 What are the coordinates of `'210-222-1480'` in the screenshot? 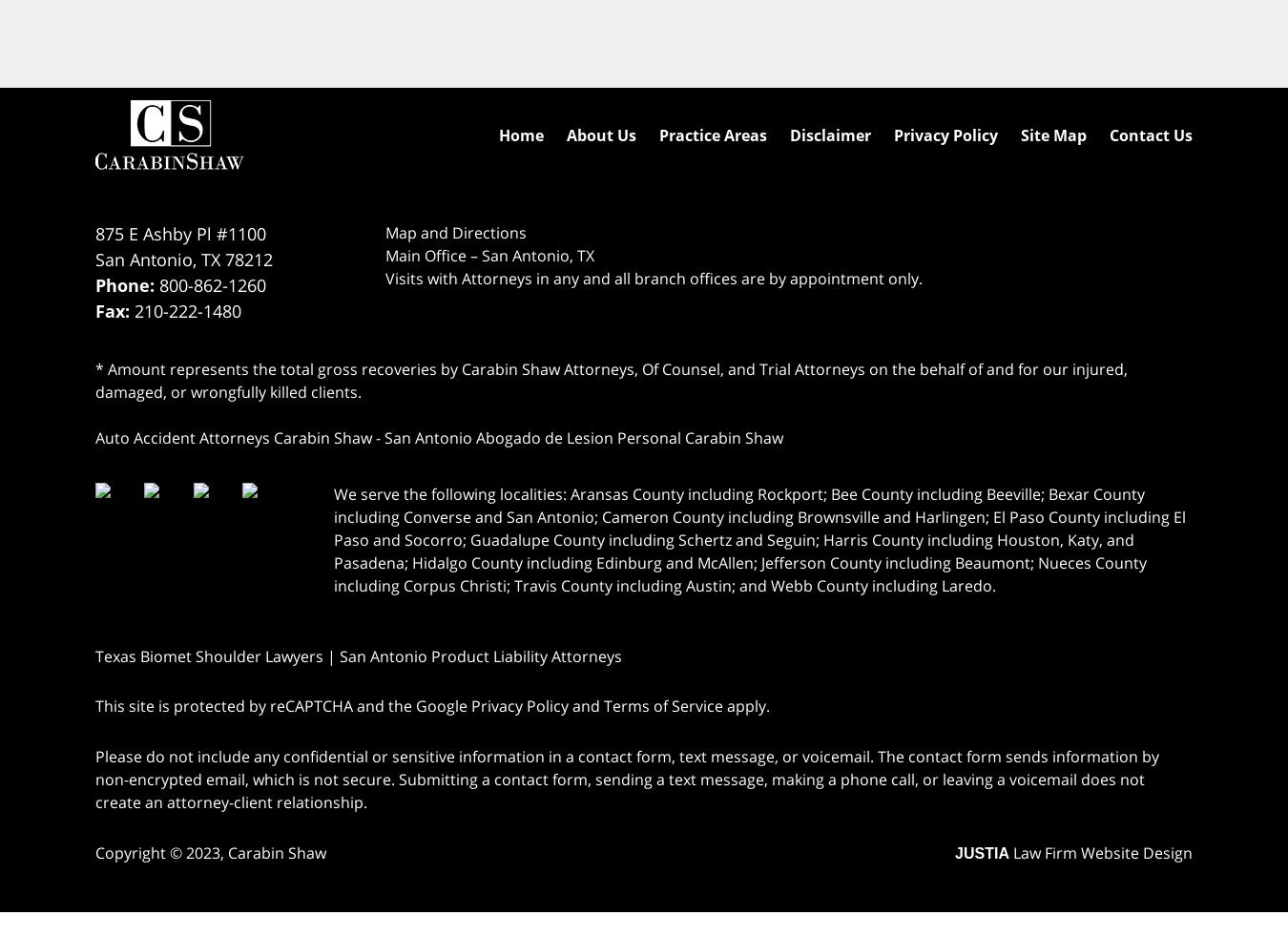 It's located at (187, 309).